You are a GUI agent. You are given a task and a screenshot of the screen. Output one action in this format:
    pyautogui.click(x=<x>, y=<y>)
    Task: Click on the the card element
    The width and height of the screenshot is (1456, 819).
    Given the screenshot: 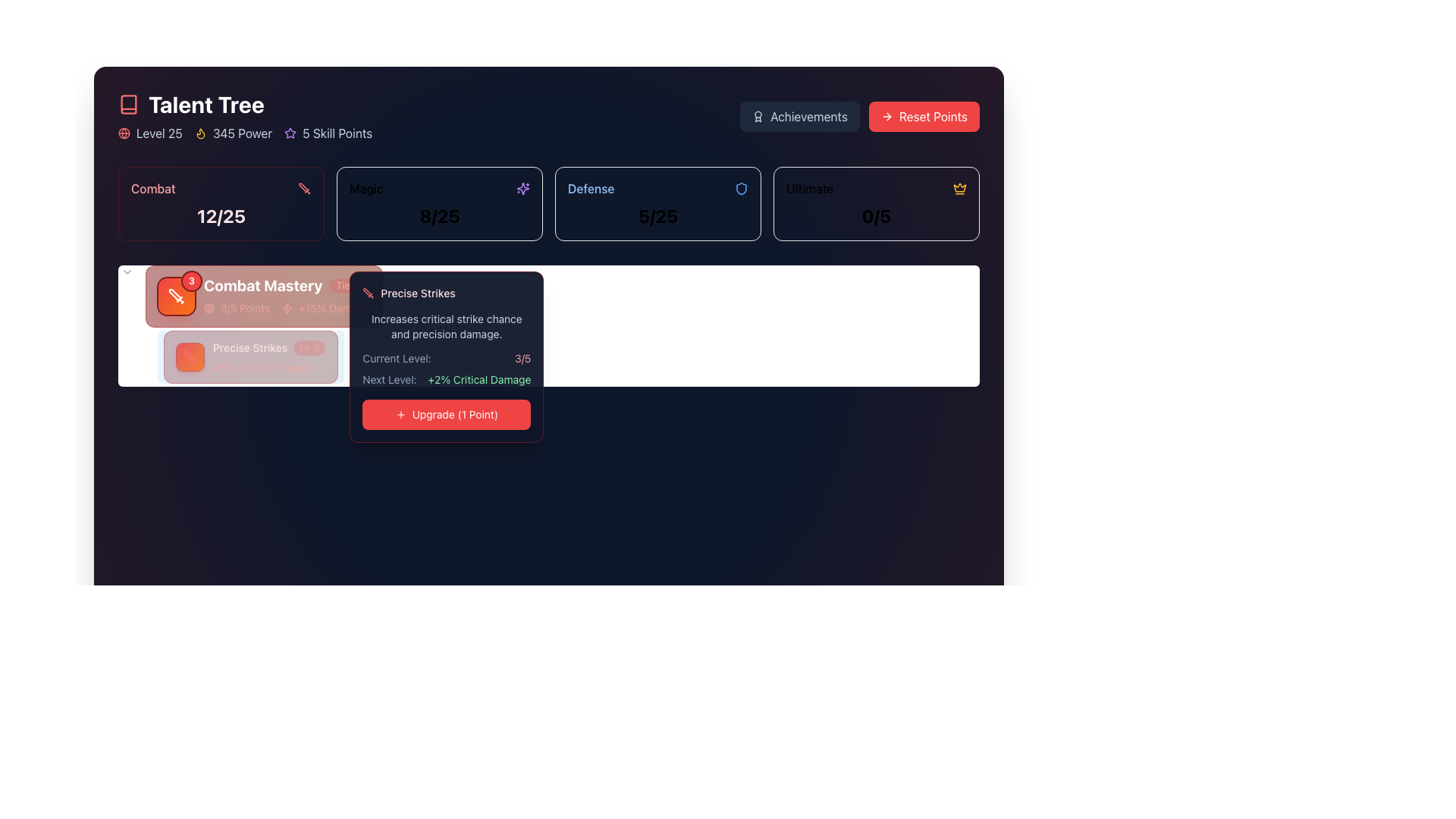 What is the action you would take?
    pyautogui.click(x=754, y=215)
    